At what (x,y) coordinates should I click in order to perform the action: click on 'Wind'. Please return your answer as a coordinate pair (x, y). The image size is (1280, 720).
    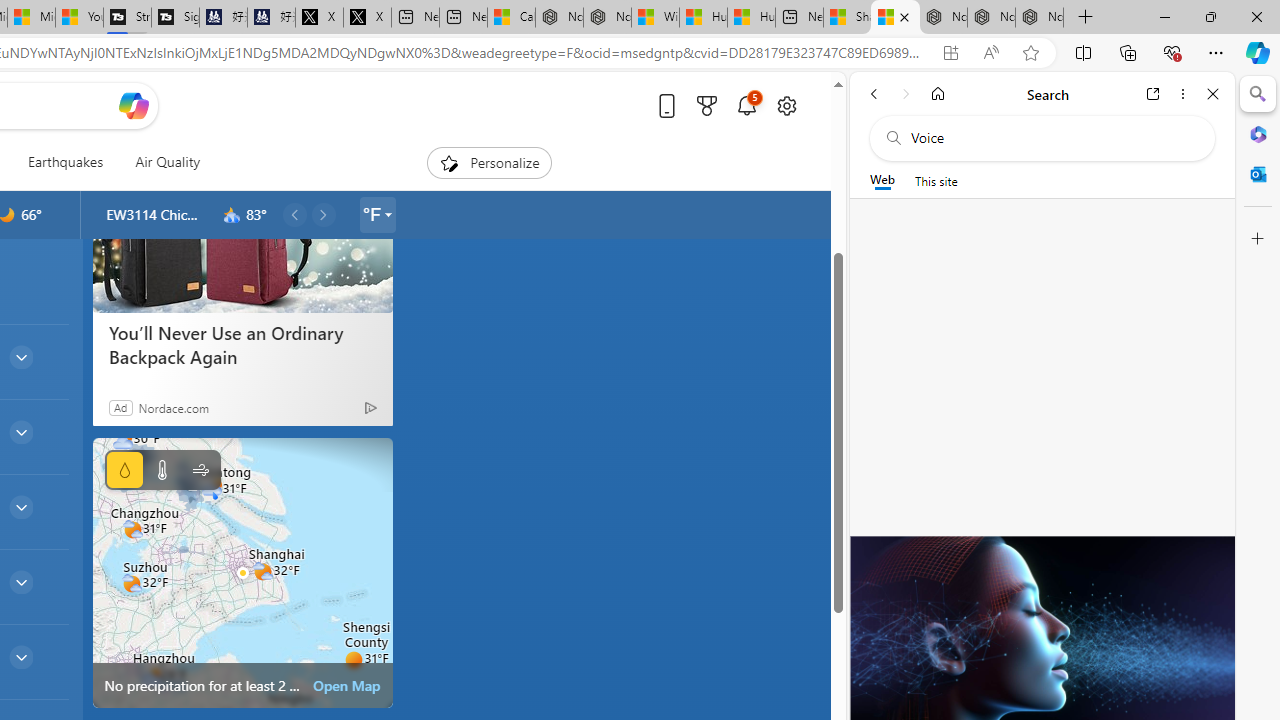
    Looking at the image, I should click on (200, 470).